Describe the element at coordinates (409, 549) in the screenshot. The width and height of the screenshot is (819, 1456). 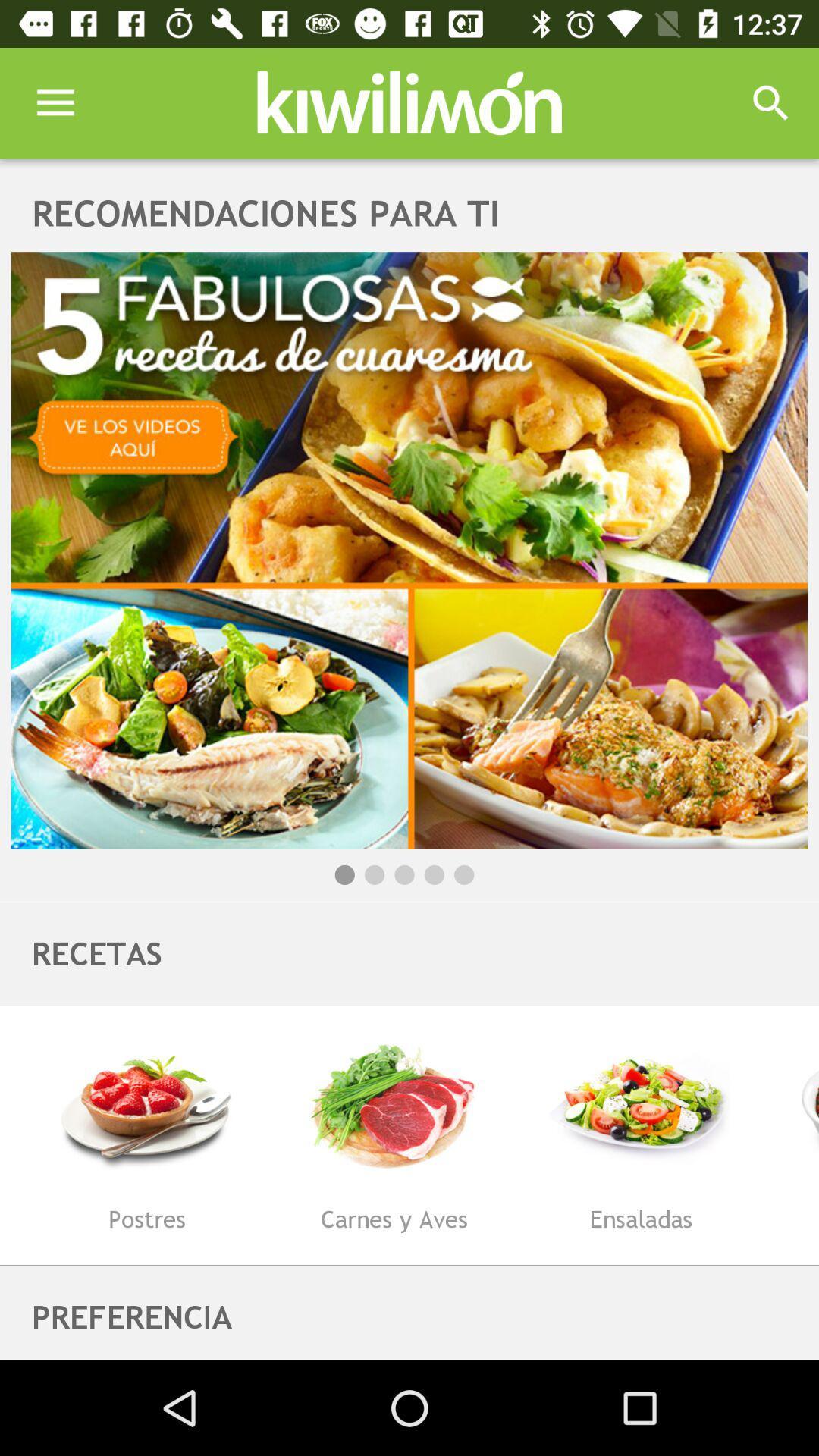
I see `recipes` at that location.